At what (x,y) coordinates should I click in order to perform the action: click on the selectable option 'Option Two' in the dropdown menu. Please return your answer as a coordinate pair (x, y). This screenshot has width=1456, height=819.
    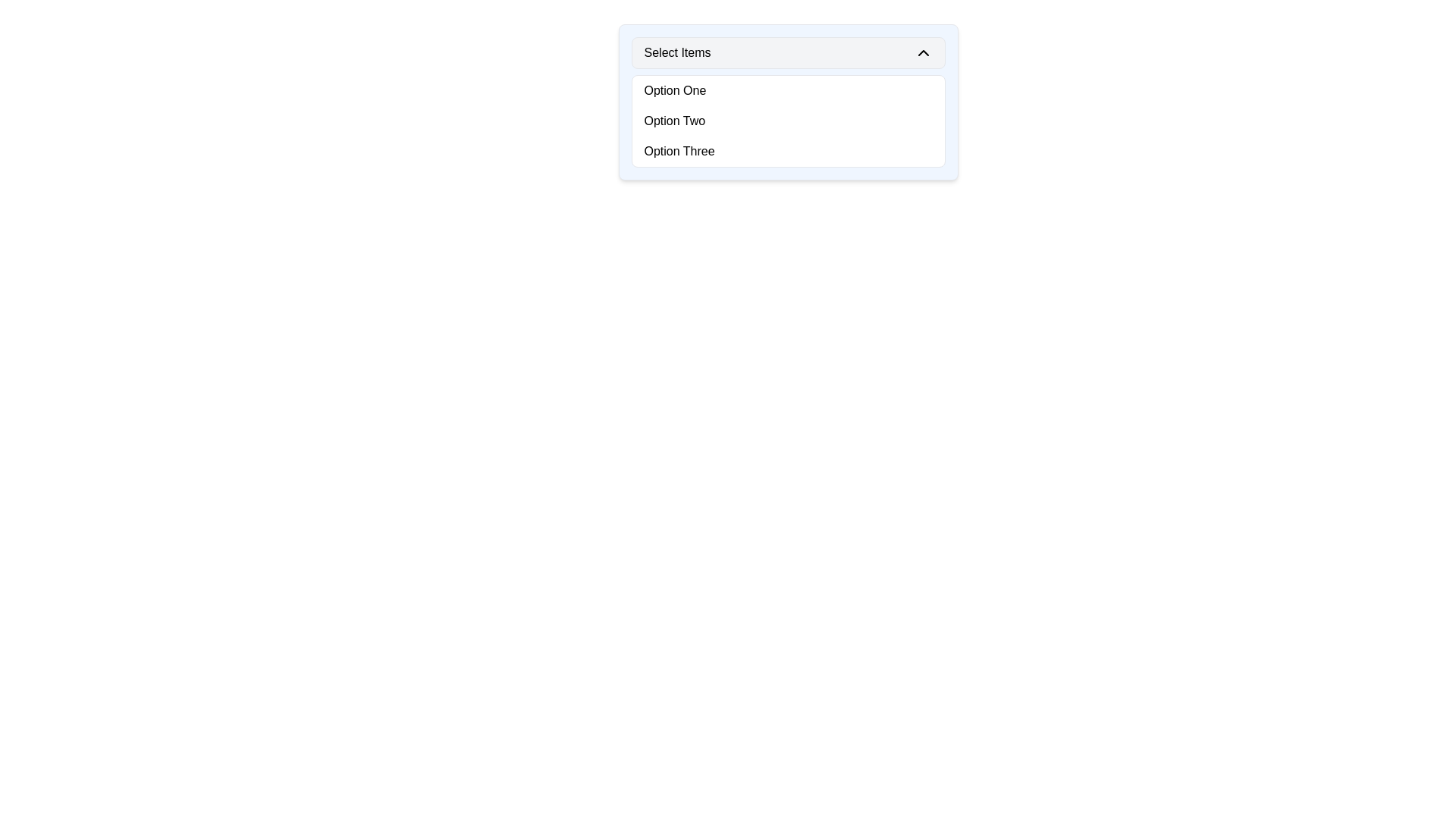
    Looking at the image, I should click on (673, 120).